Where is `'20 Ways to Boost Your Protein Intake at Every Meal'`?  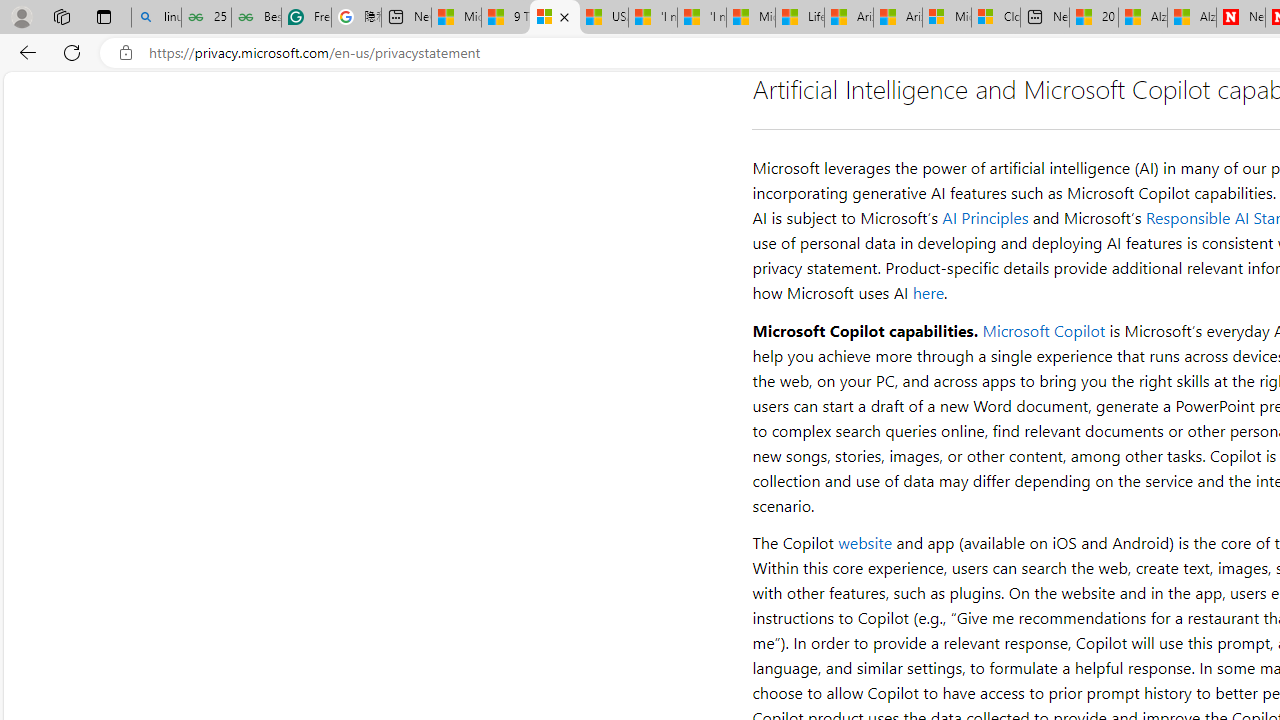 '20 Ways to Boost Your Protein Intake at Every Meal' is located at coordinates (1092, 17).